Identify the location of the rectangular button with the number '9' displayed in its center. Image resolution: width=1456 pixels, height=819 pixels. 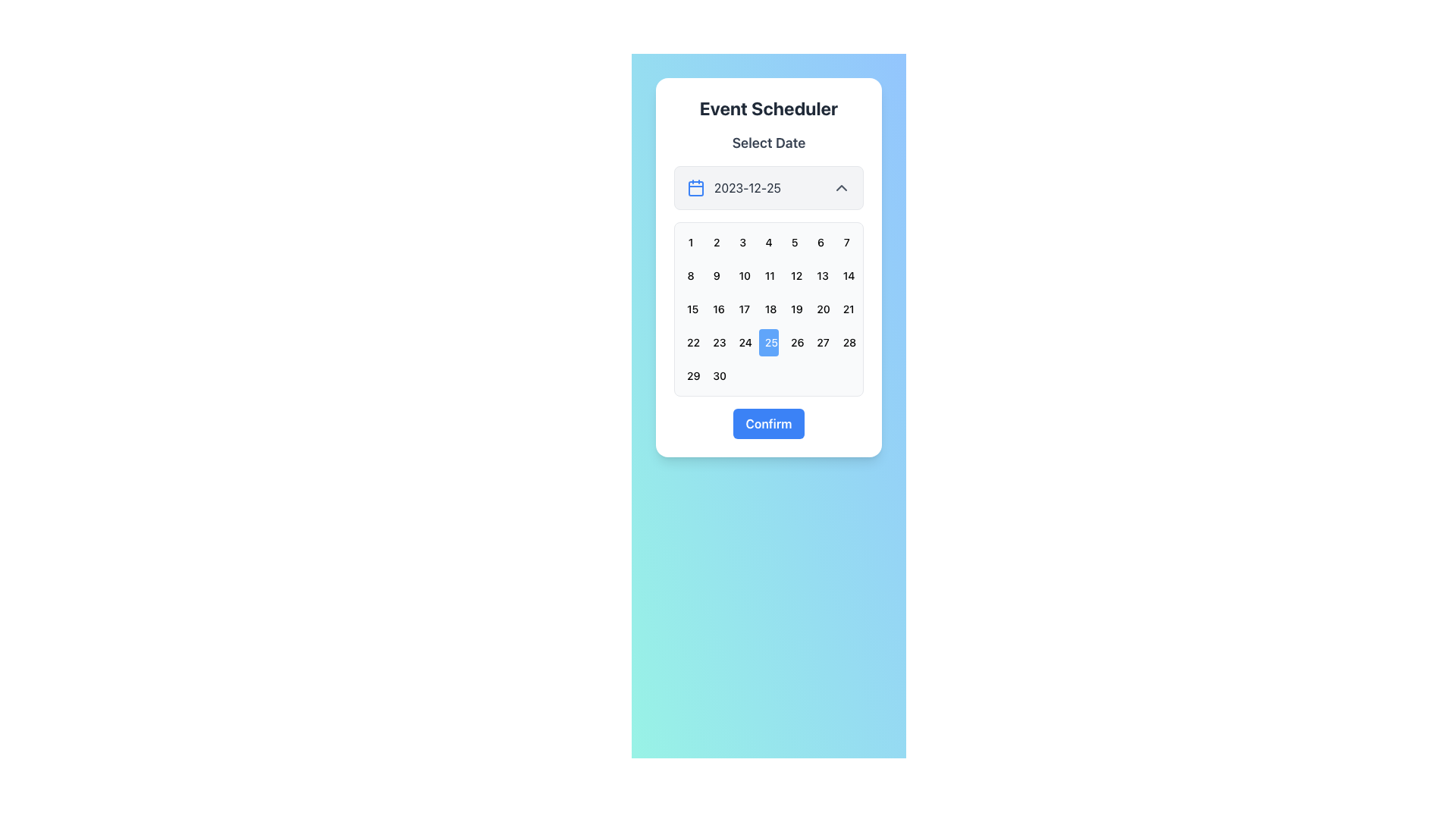
(716, 275).